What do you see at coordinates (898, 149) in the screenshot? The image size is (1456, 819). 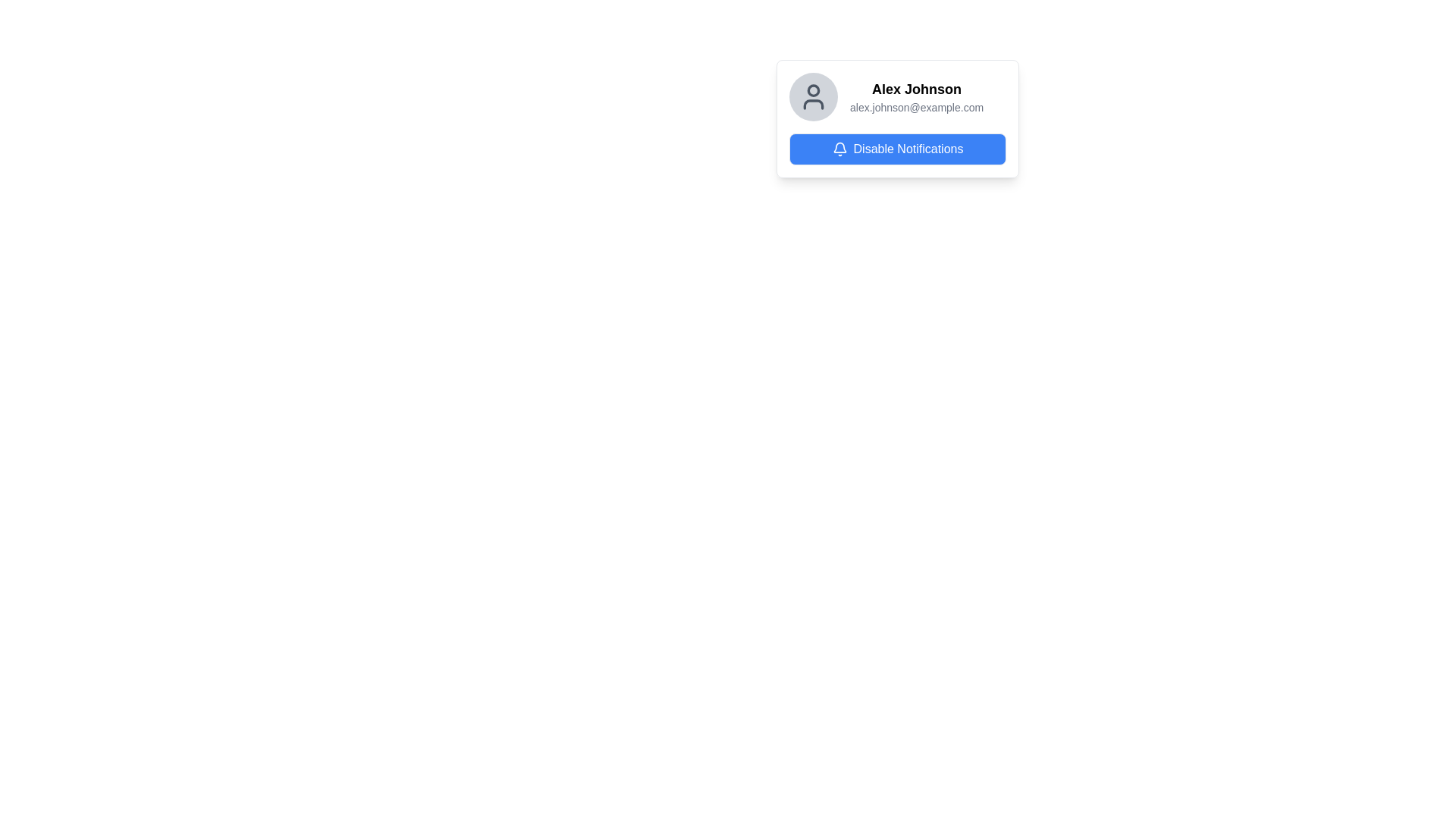 I see `the 'Disable Notifications' button with a bell icon located at the bottom of the user details card for additional information` at bounding box center [898, 149].